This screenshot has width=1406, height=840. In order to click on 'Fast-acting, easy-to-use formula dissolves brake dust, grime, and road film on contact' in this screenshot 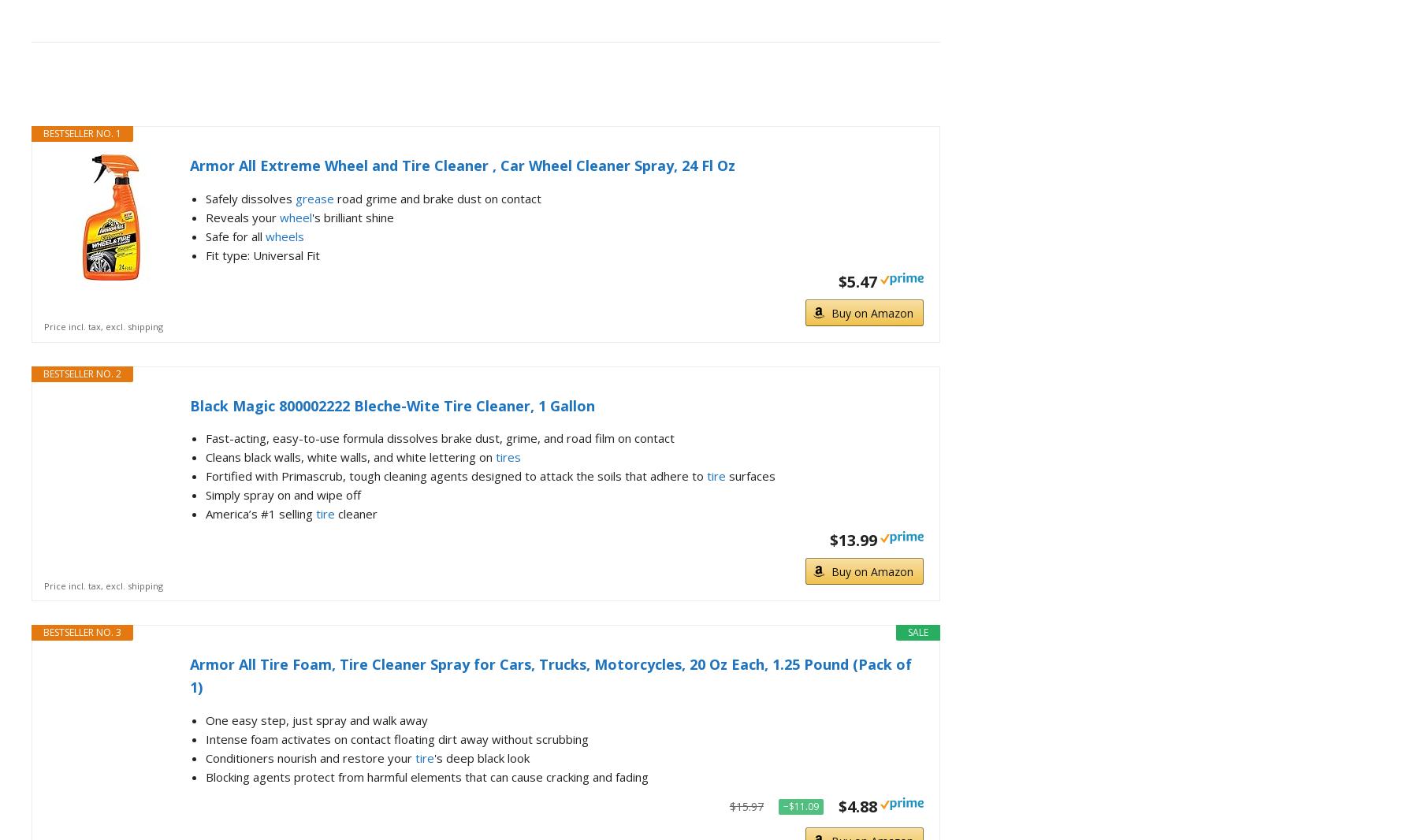, I will do `click(440, 437)`.